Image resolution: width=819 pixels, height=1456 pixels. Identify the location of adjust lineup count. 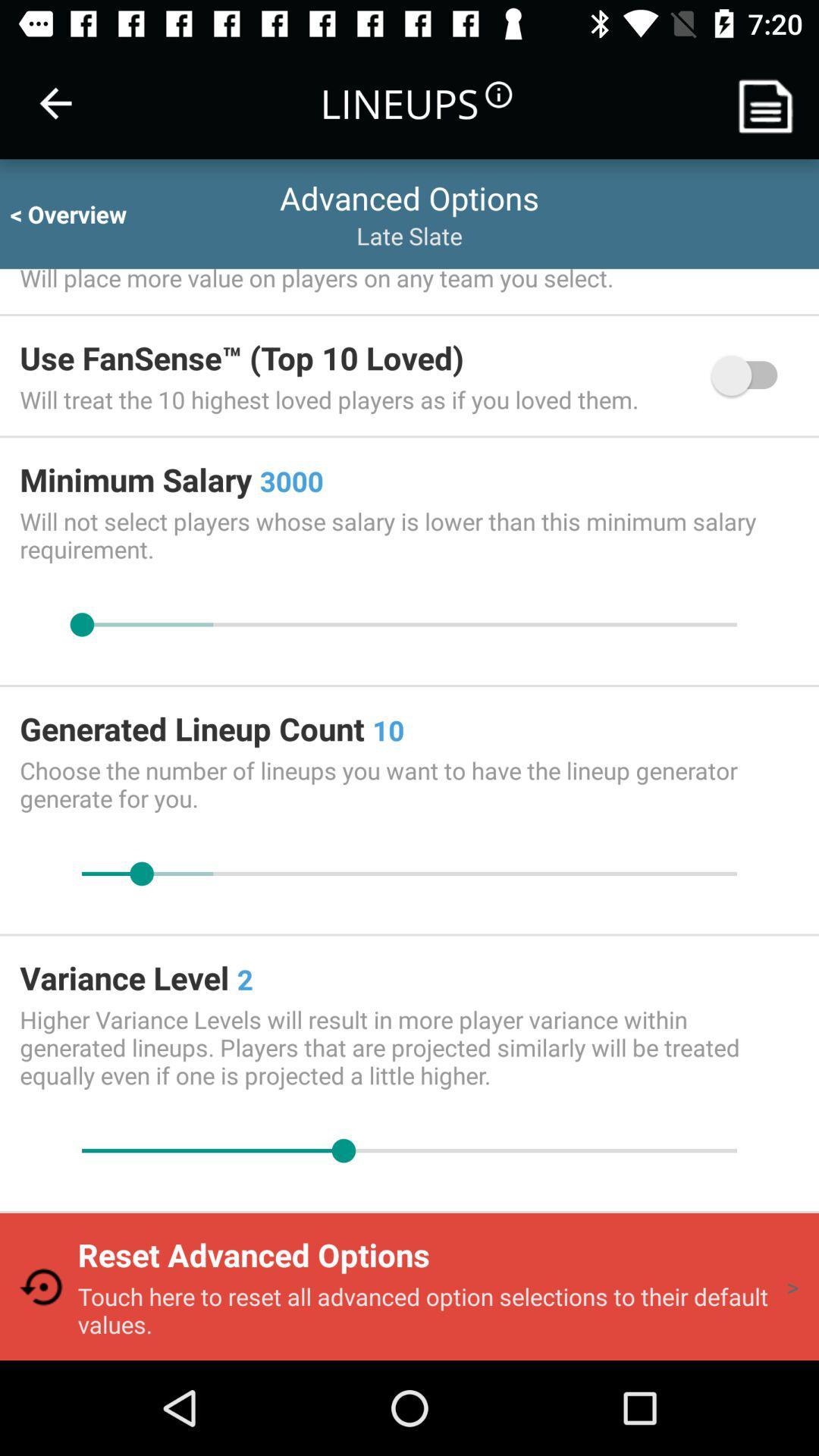
(409, 874).